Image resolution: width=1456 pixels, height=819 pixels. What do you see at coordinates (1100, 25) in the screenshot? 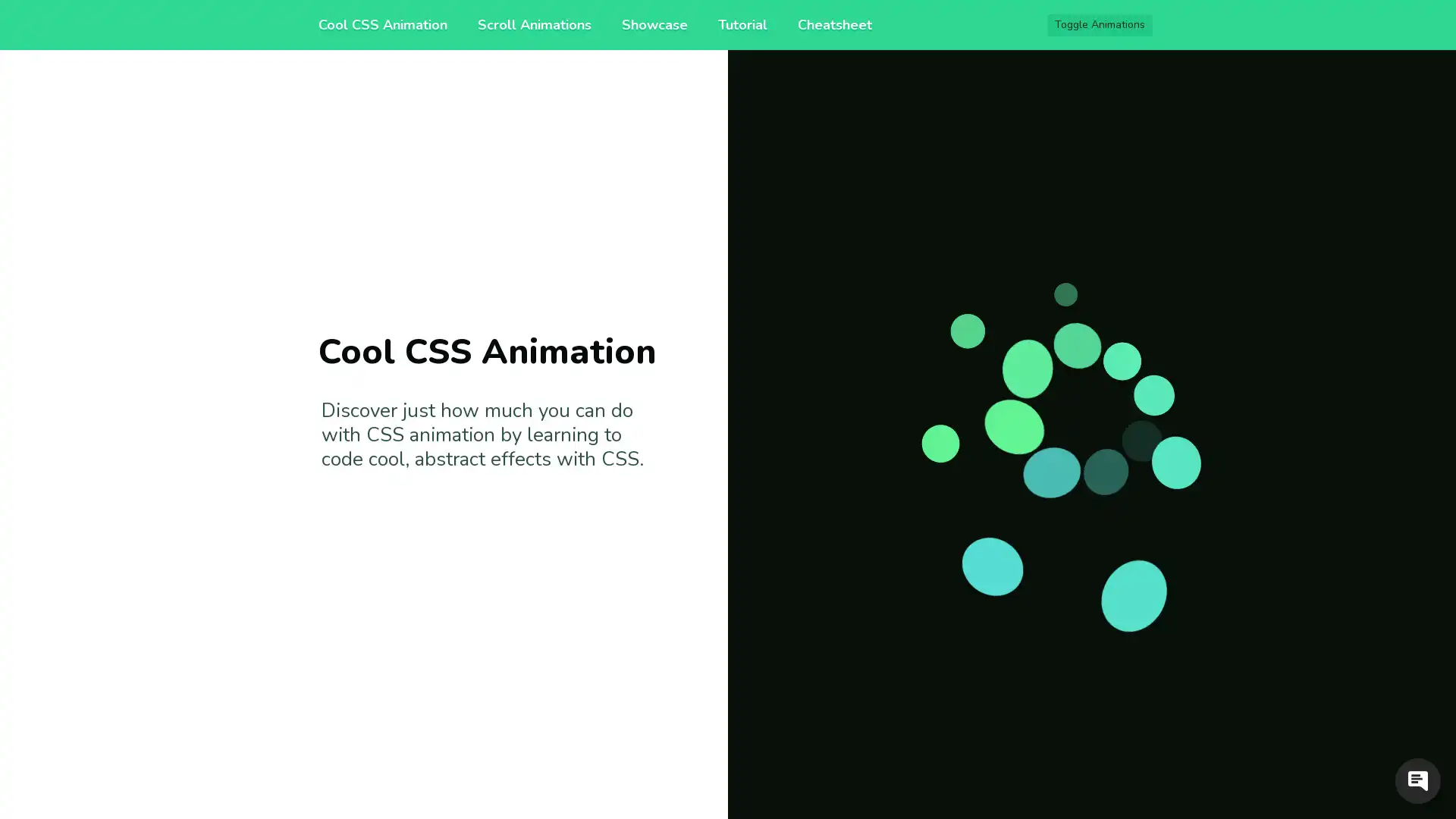
I see `Toggle Animations` at bounding box center [1100, 25].